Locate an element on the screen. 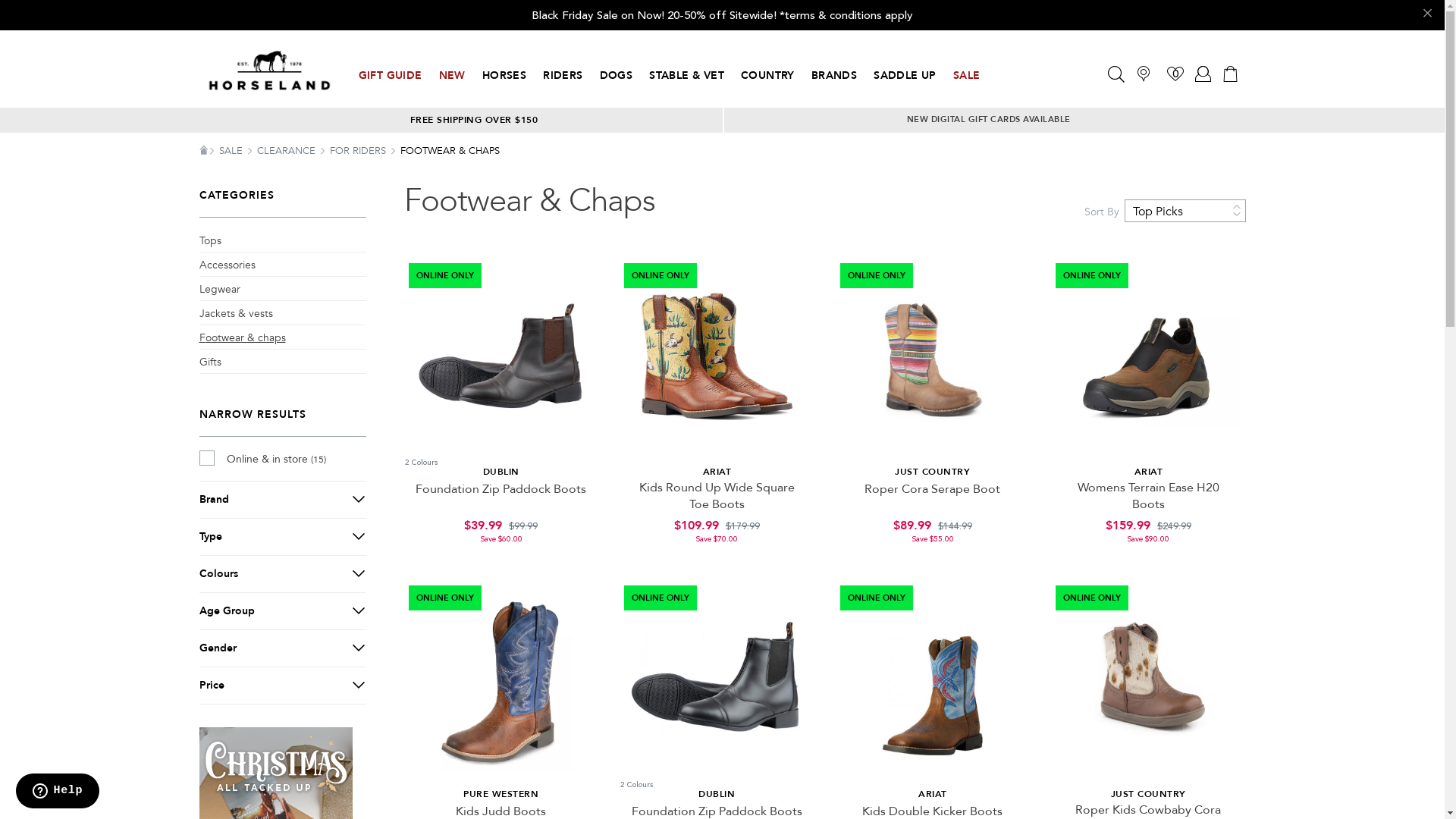 The image size is (1456, 819). 'Womens Terrain Ease H20 Boots' is located at coordinates (1148, 496).